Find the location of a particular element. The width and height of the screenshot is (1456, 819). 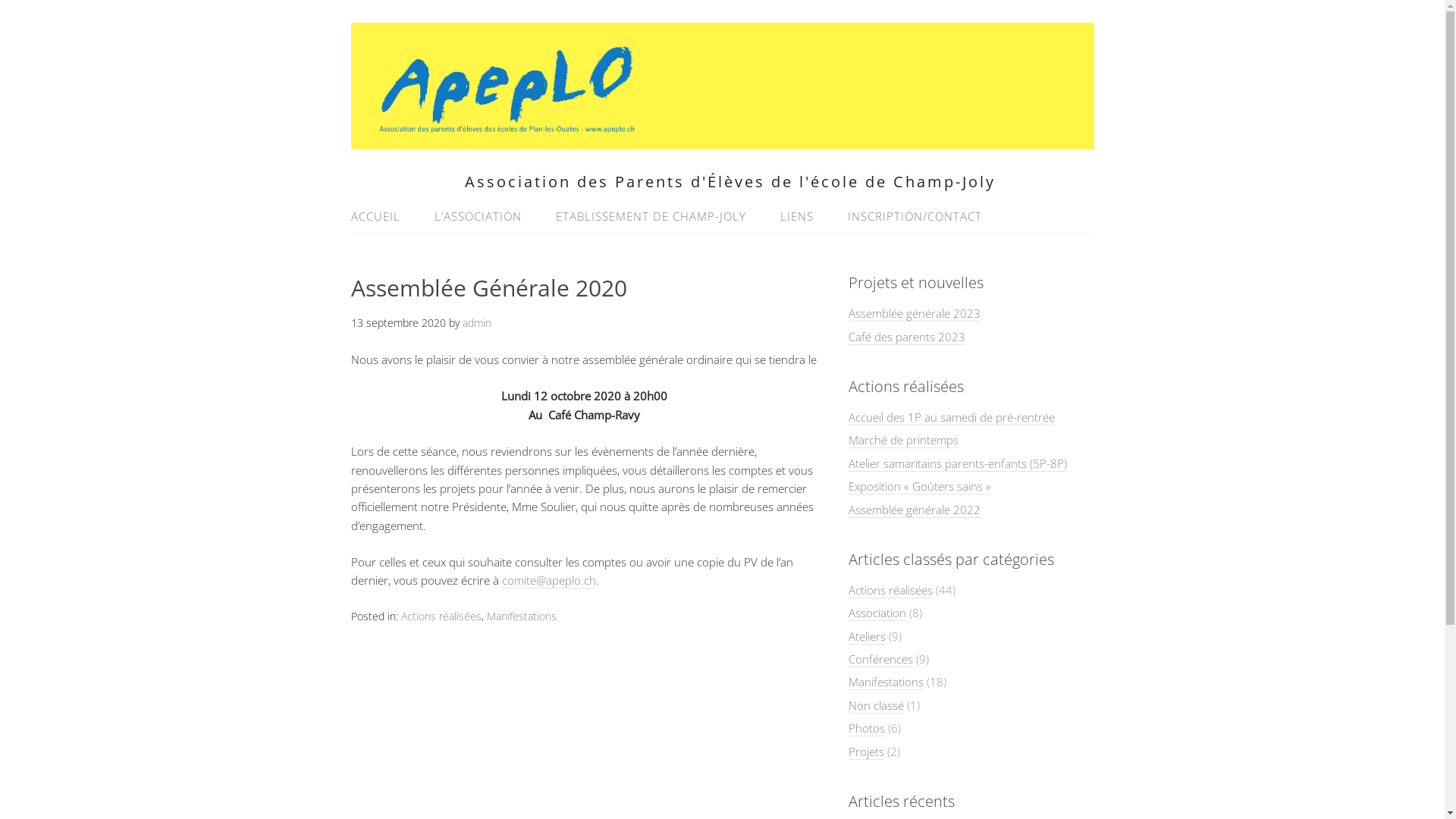

'admin' is located at coordinates (475, 322).